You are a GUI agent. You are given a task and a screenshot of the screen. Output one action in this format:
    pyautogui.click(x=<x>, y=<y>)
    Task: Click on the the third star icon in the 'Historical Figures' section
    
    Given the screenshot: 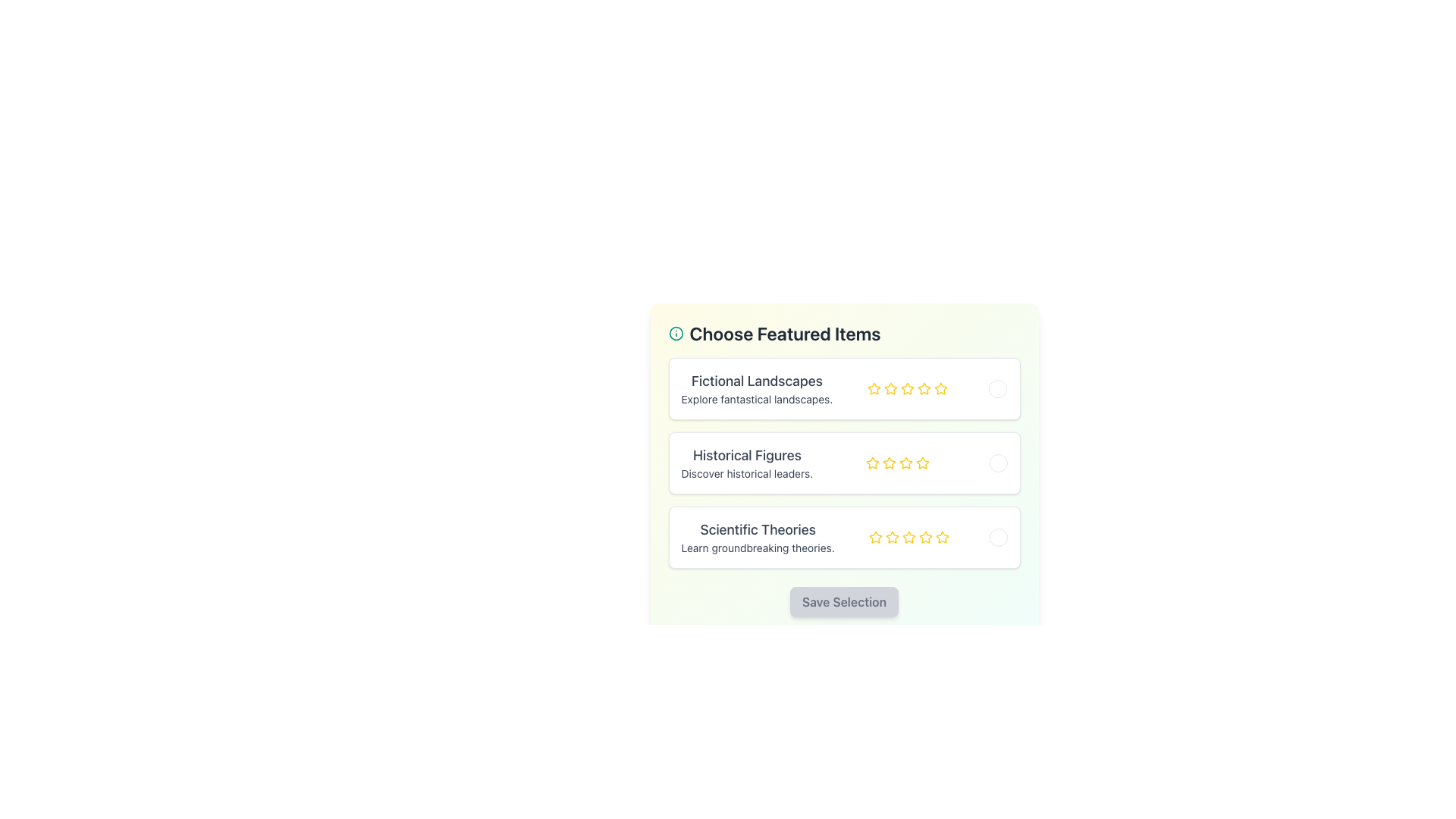 What is the action you would take?
    pyautogui.click(x=890, y=462)
    